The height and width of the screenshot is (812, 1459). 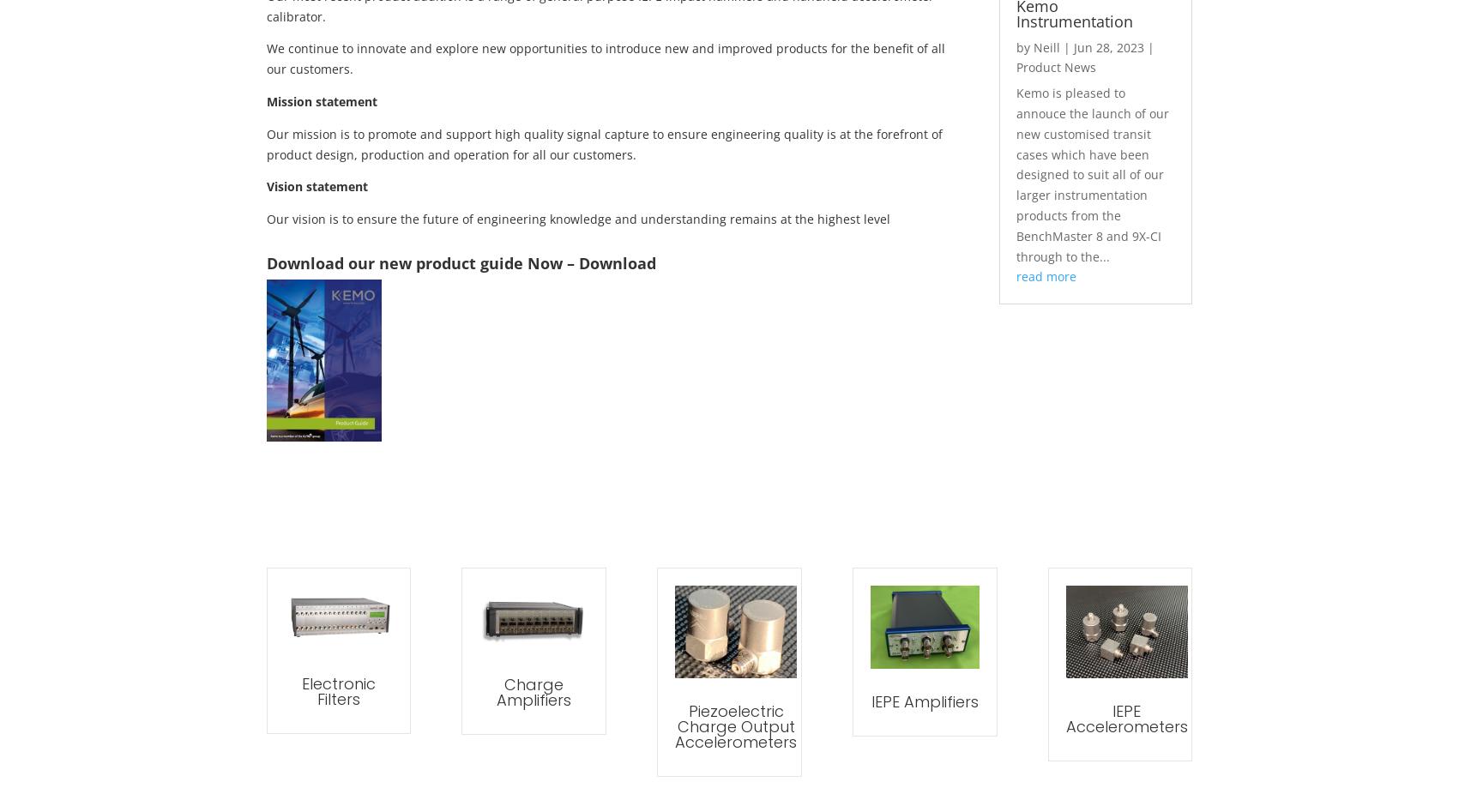 I want to click on 'Download our new product guide Now –', so click(x=421, y=261).